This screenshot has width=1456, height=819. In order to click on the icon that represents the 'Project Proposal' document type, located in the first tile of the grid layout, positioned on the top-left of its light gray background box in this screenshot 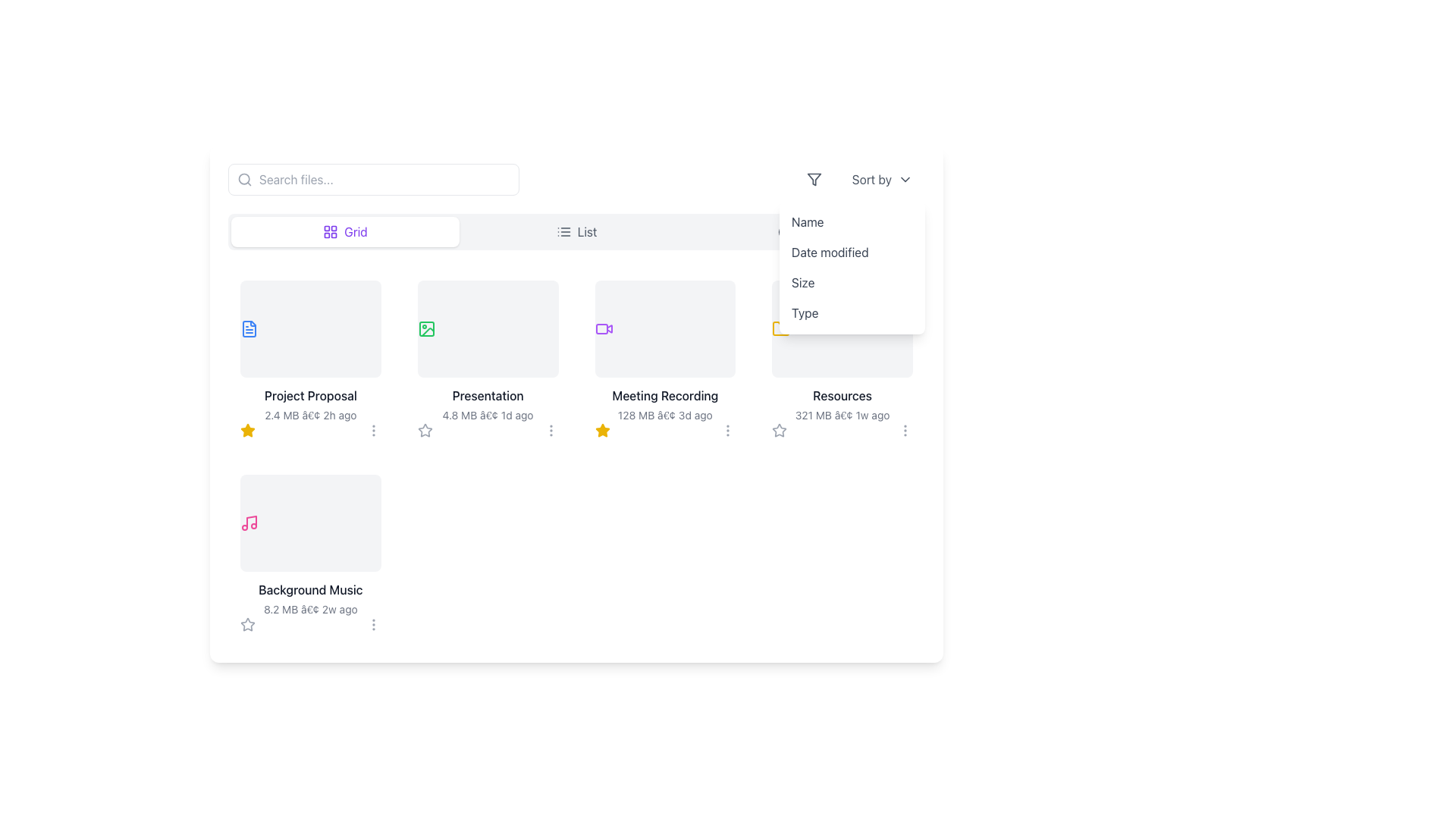, I will do `click(249, 328)`.